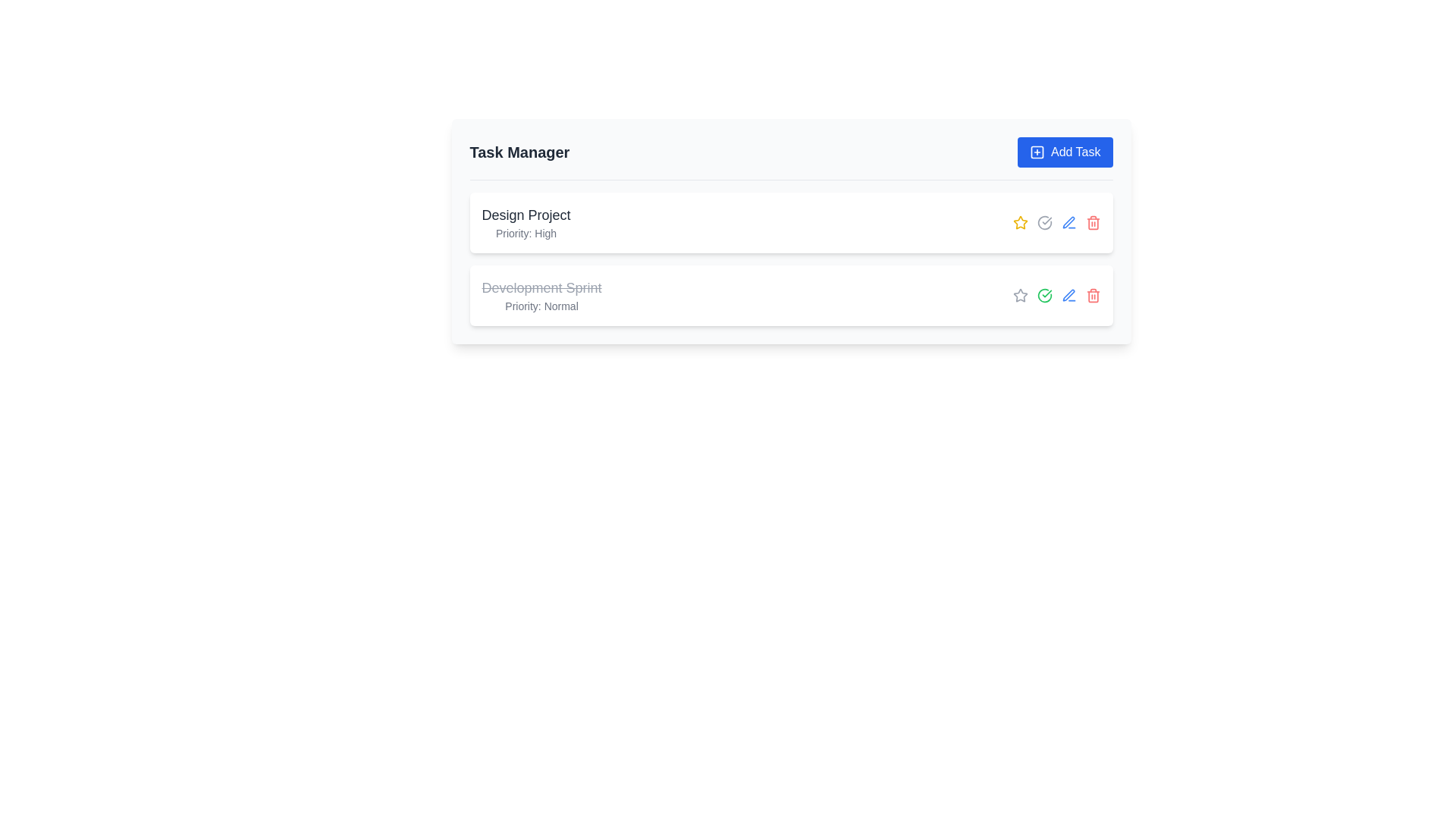  Describe the element at coordinates (541, 295) in the screenshot. I see `the static text display component that shows the task labeled 'Development Sprint' with a priority status of 'Normal', indicating it is completed or inactive` at that location.